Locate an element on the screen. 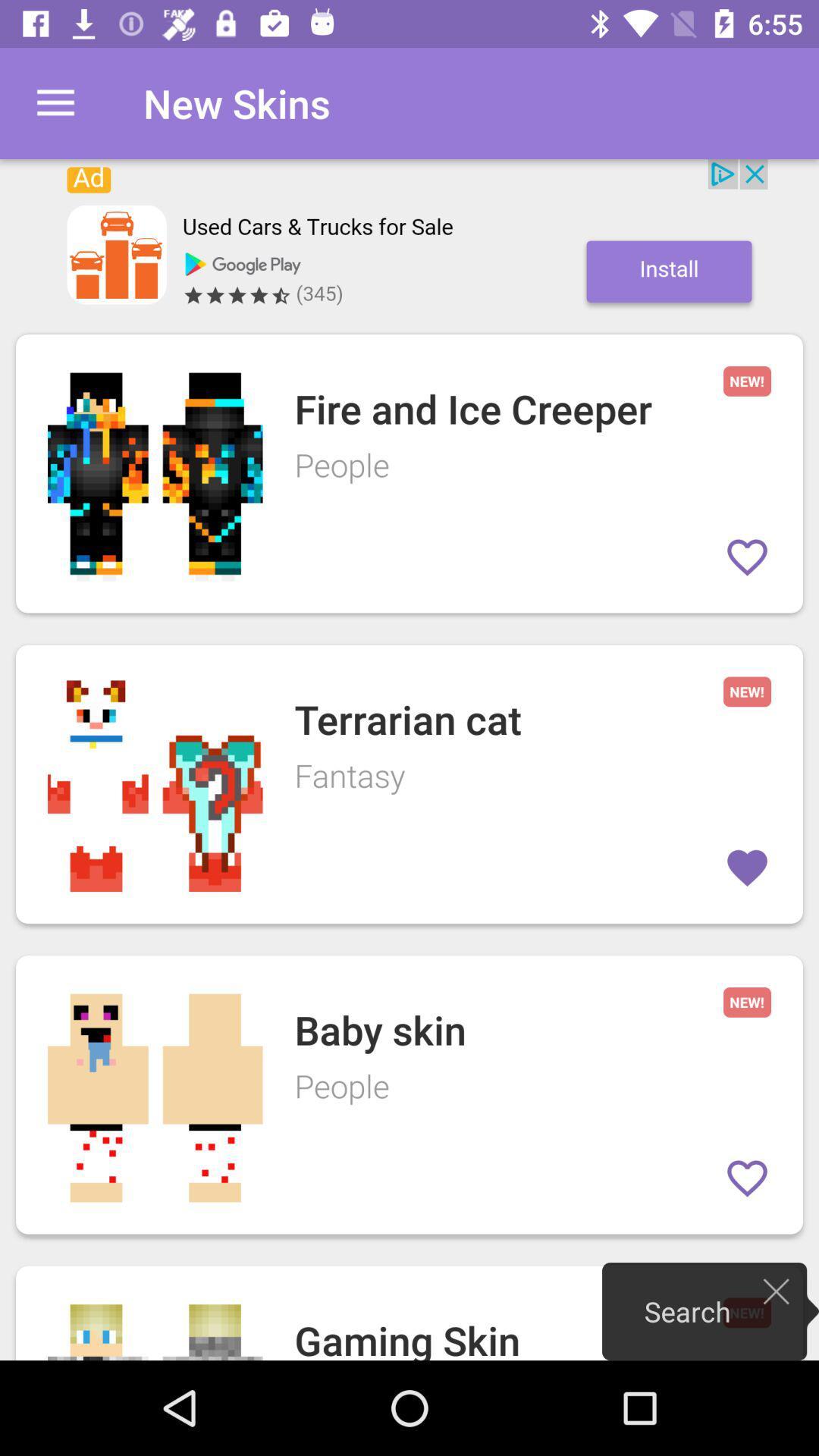  adv link is located at coordinates (409, 238).